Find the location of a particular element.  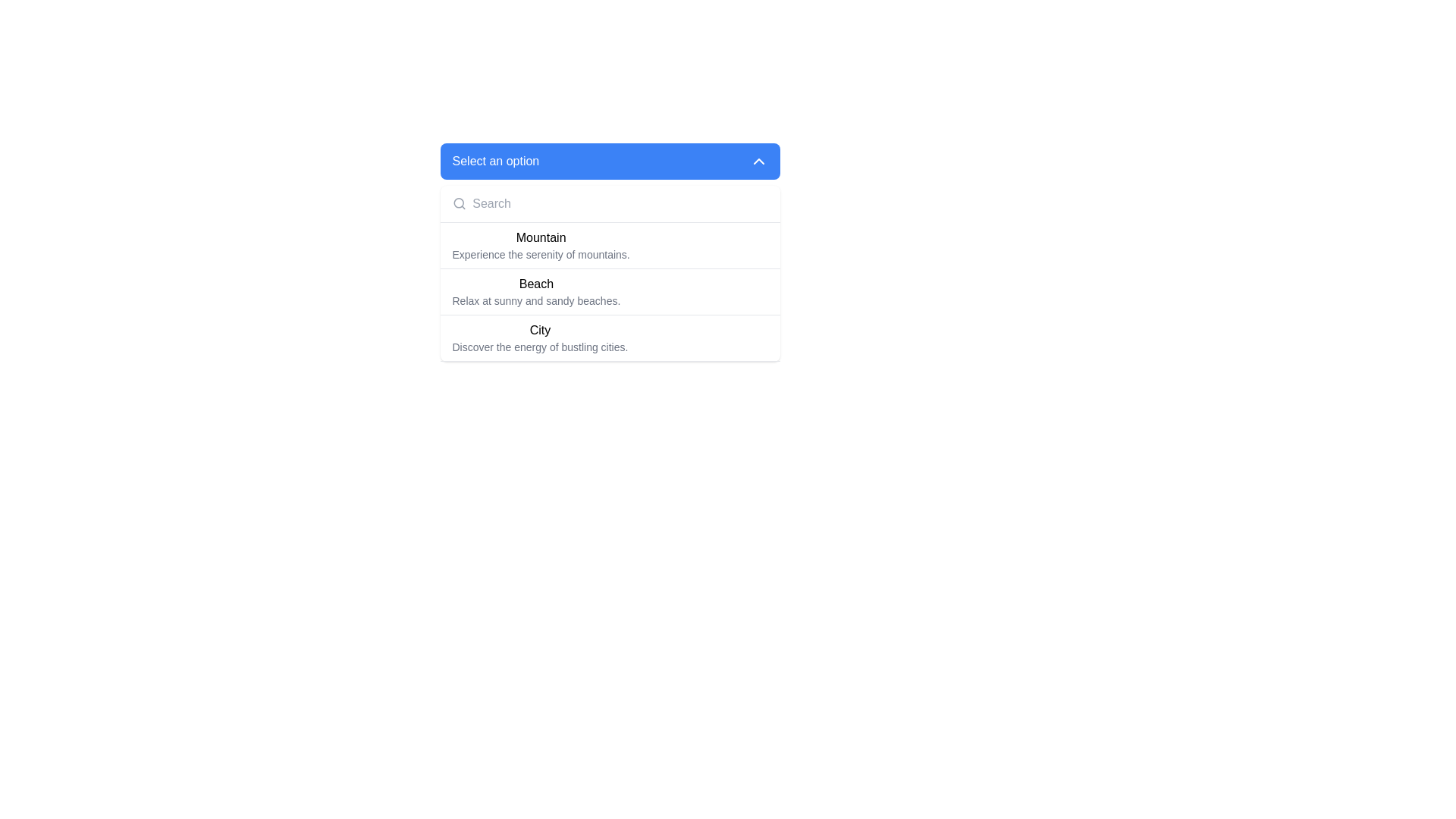

the text block that contains a bold 'Beach' heading and a smaller gray subtitle 'Relax at sunny and sandy beaches', which is centered in a white rectangular area within the dropdown box titled 'Select an option' is located at coordinates (536, 292).